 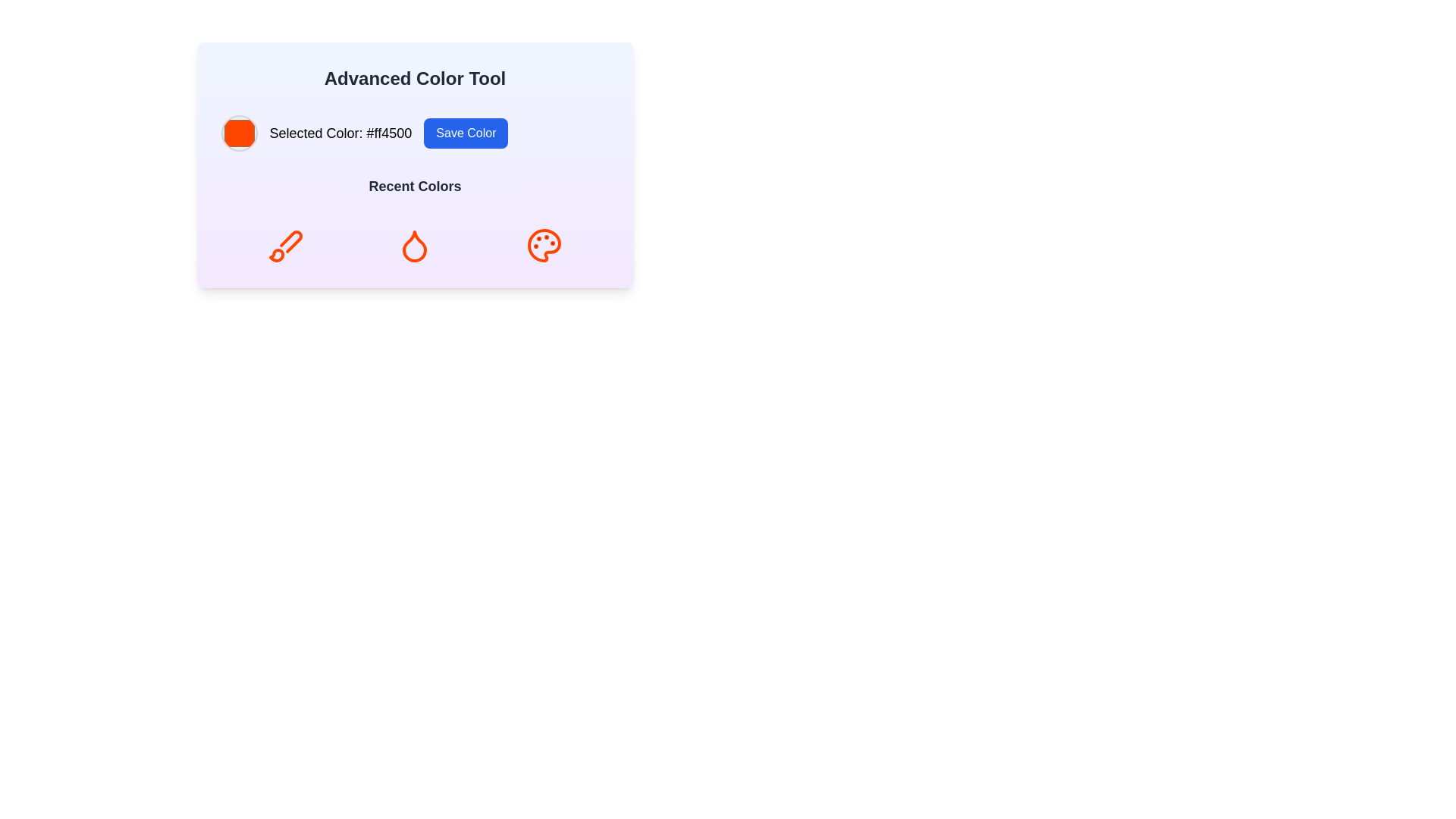 I want to click on the Brush tool icon located at the bottom left corner of the 'Recent Colors' section in the 'Advanced Color Tool' interface, so click(x=291, y=240).